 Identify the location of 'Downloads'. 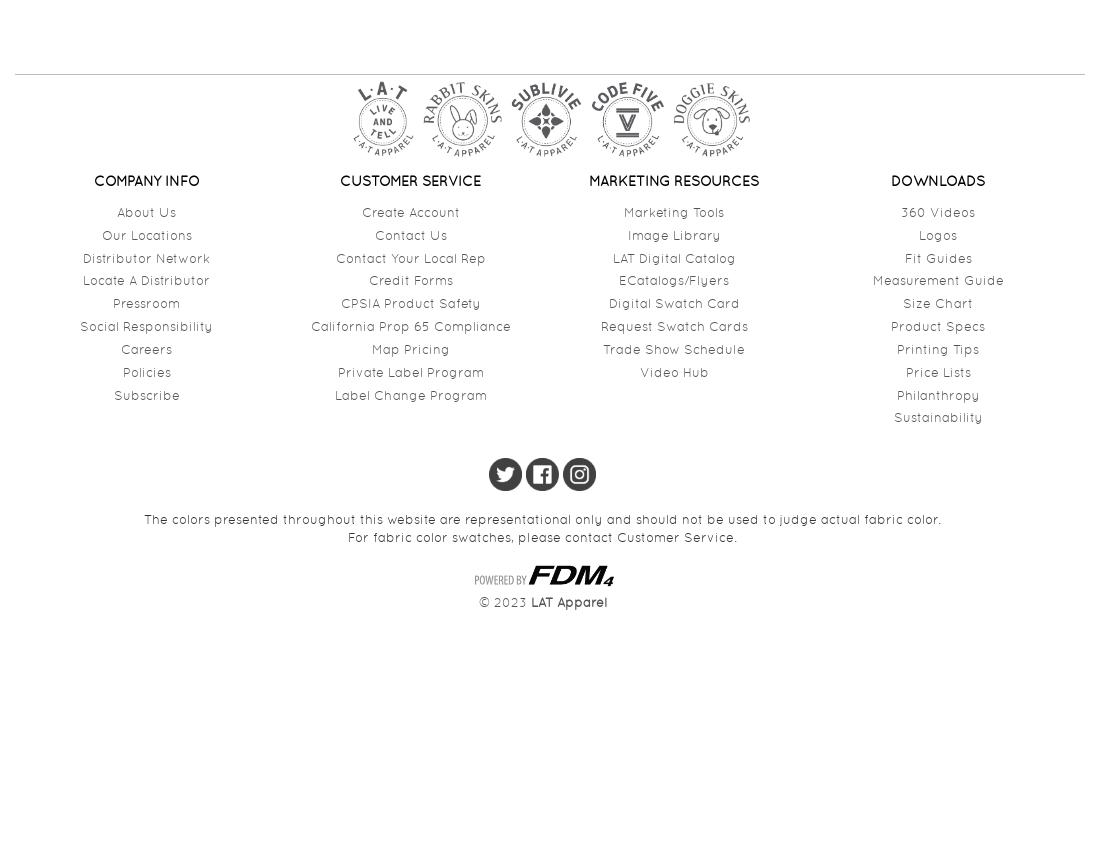
(937, 179).